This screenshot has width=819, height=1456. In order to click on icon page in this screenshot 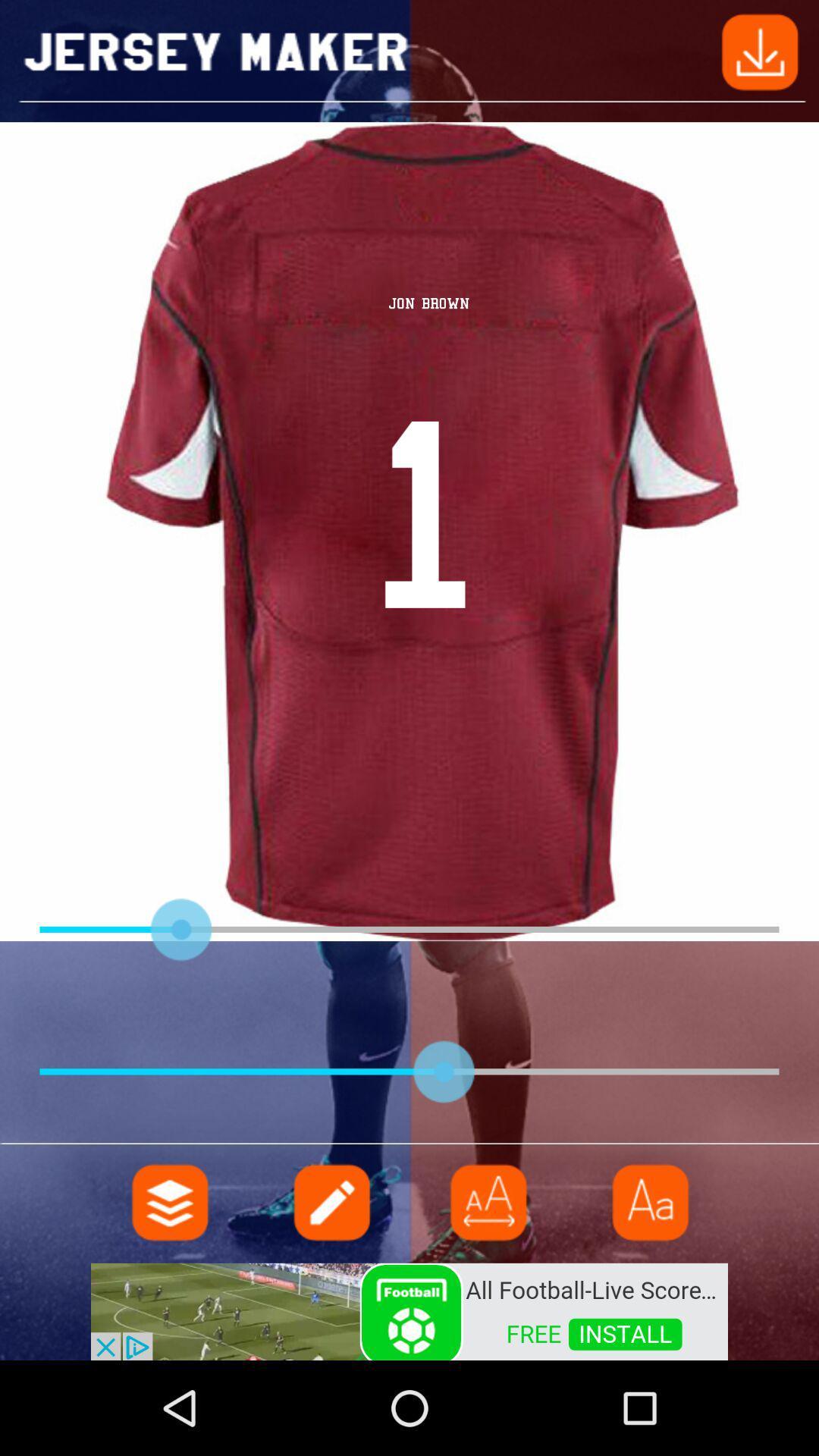, I will do `click(648, 1201)`.